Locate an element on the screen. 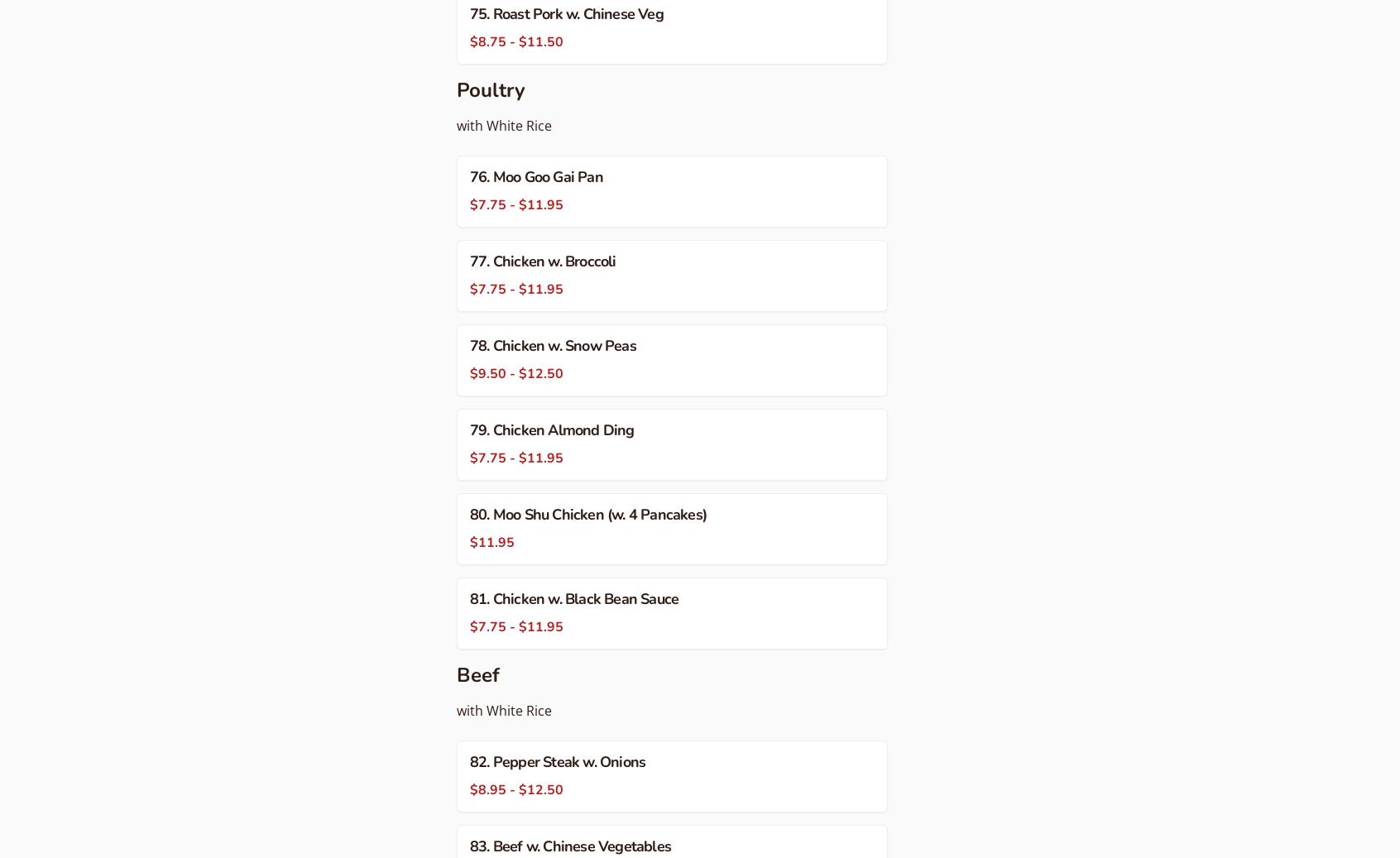 This screenshot has height=858, width=1400. '75. Roast Pork w. Chinese Veg' is located at coordinates (566, 13).